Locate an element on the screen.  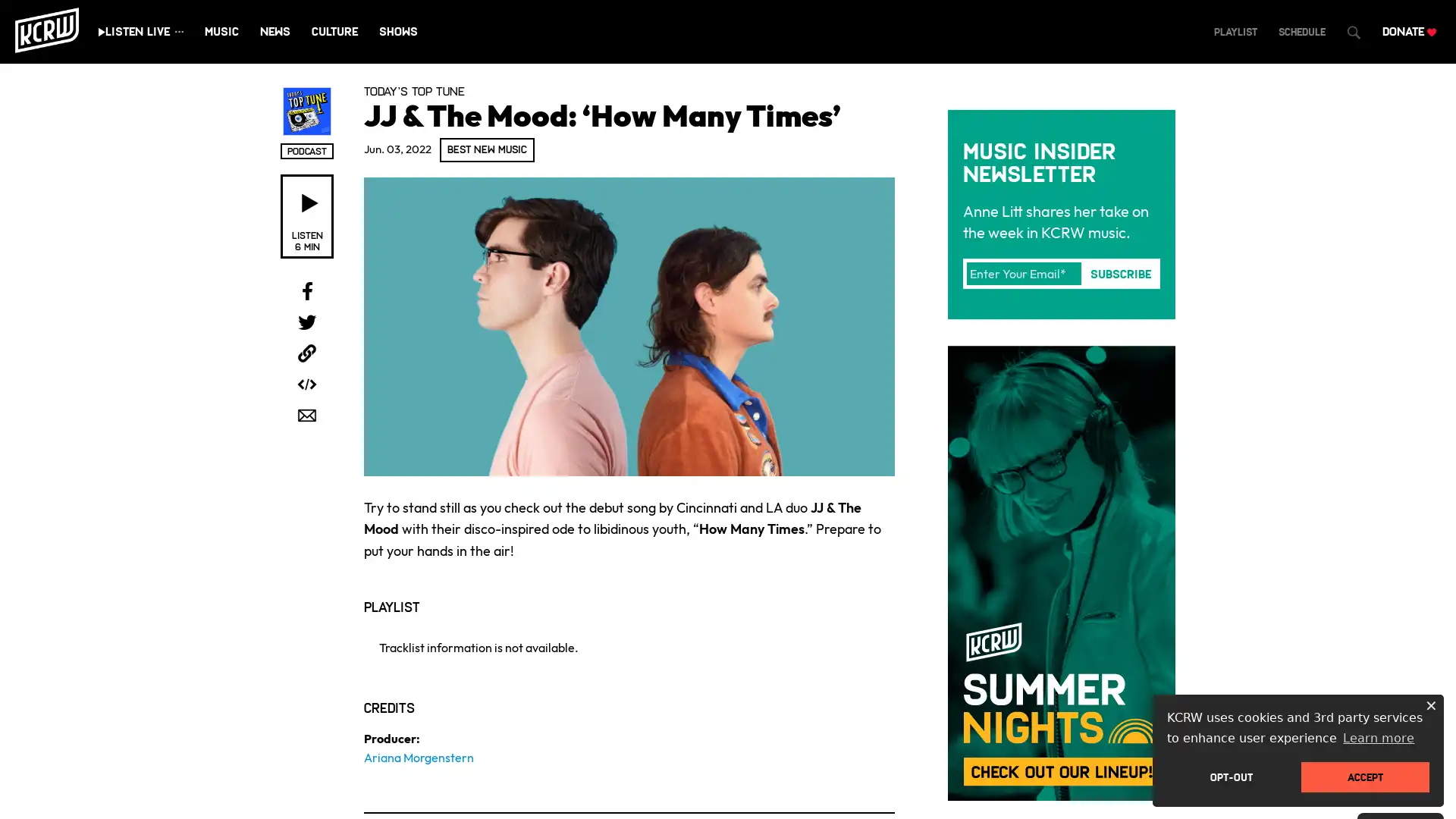
dismiss cookie message is located at coordinates (1364, 777).